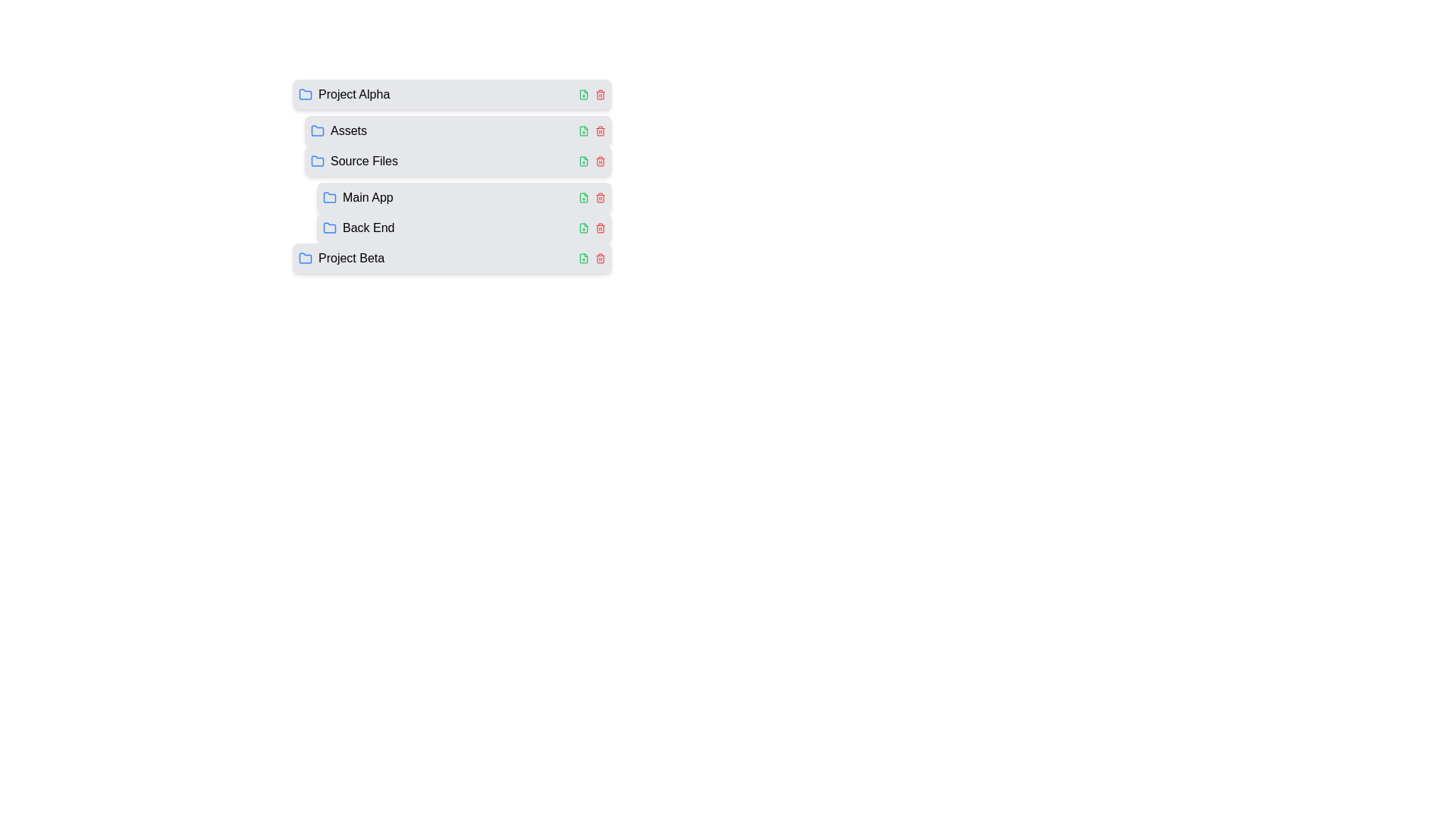  Describe the element at coordinates (600, 130) in the screenshot. I see `the red trash bin icon, which is the rightmost icon in the row for 'Assets'` at that location.